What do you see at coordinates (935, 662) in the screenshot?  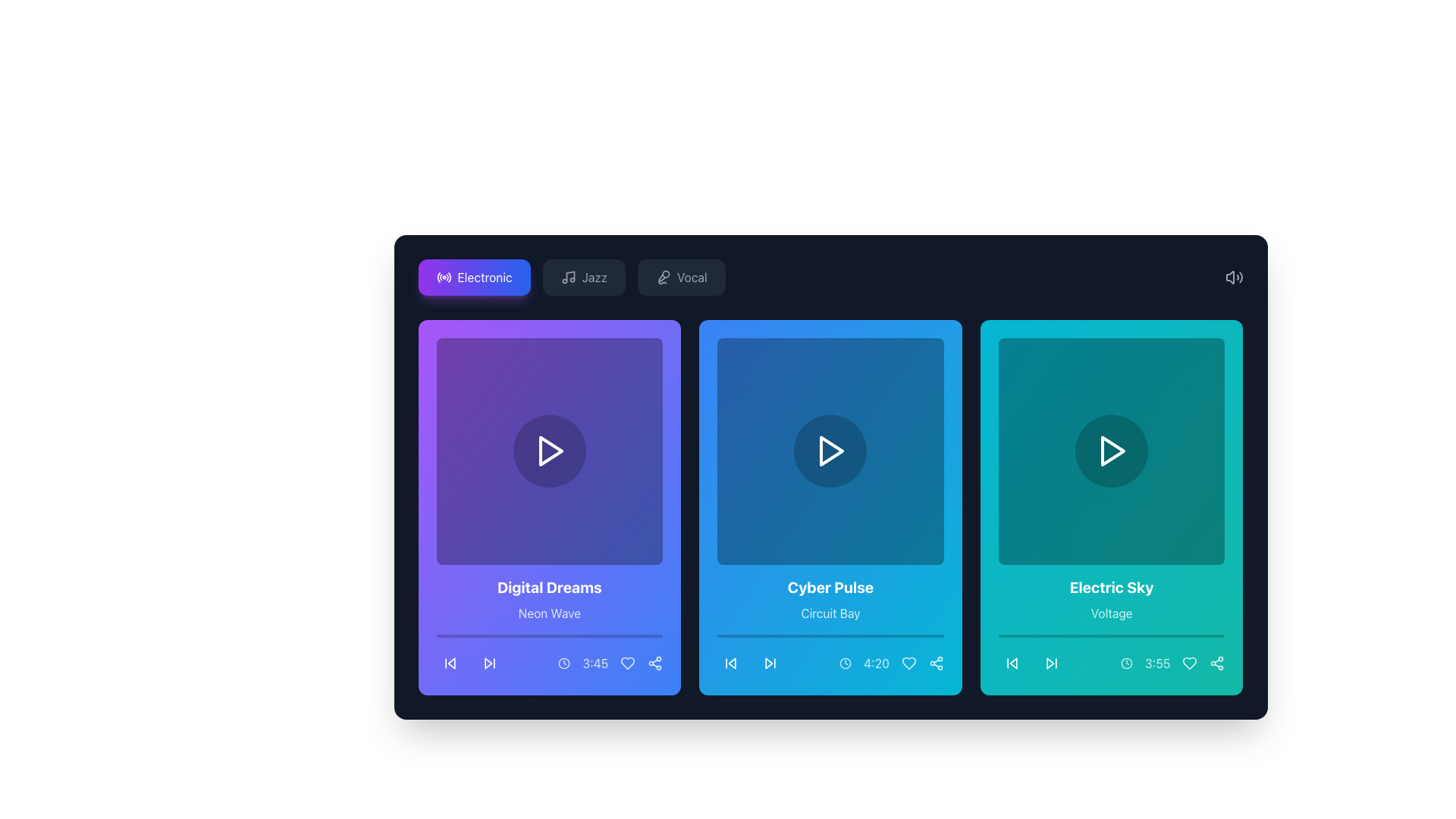 I see `the share icon button, which is a three-node network-like graphic with a white outline, located at the bottom-right corner of the 'Cyber Pulse' music card` at bounding box center [935, 662].